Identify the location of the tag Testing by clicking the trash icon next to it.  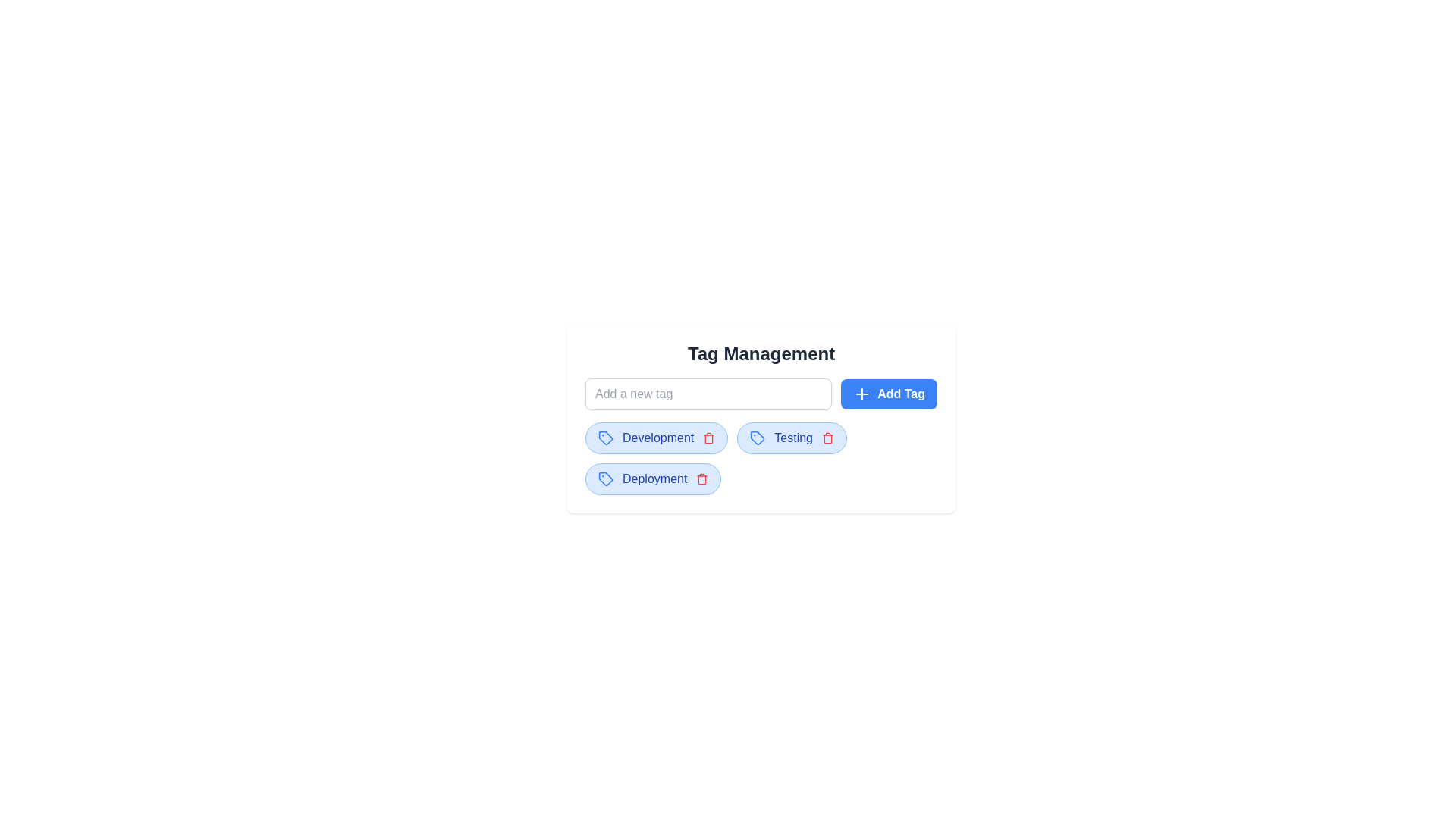
(827, 438).